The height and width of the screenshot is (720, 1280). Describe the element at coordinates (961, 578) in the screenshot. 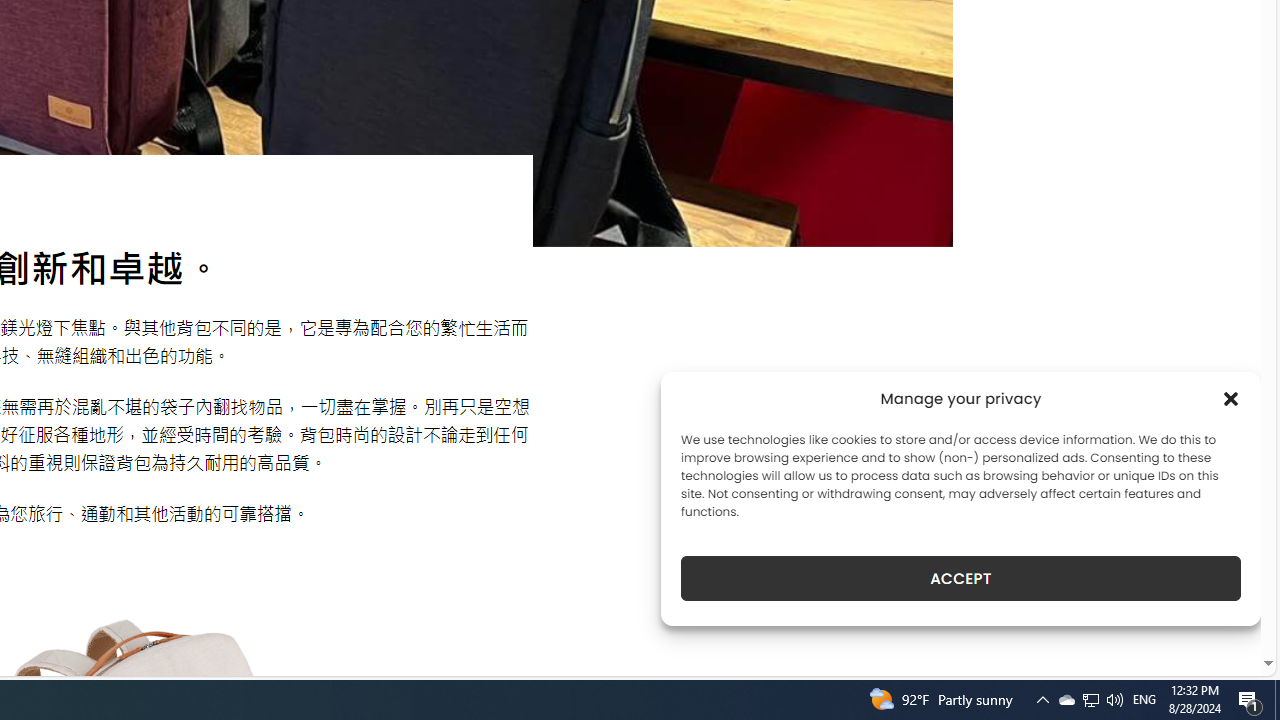

I see `'ACCEPT'` at that location.